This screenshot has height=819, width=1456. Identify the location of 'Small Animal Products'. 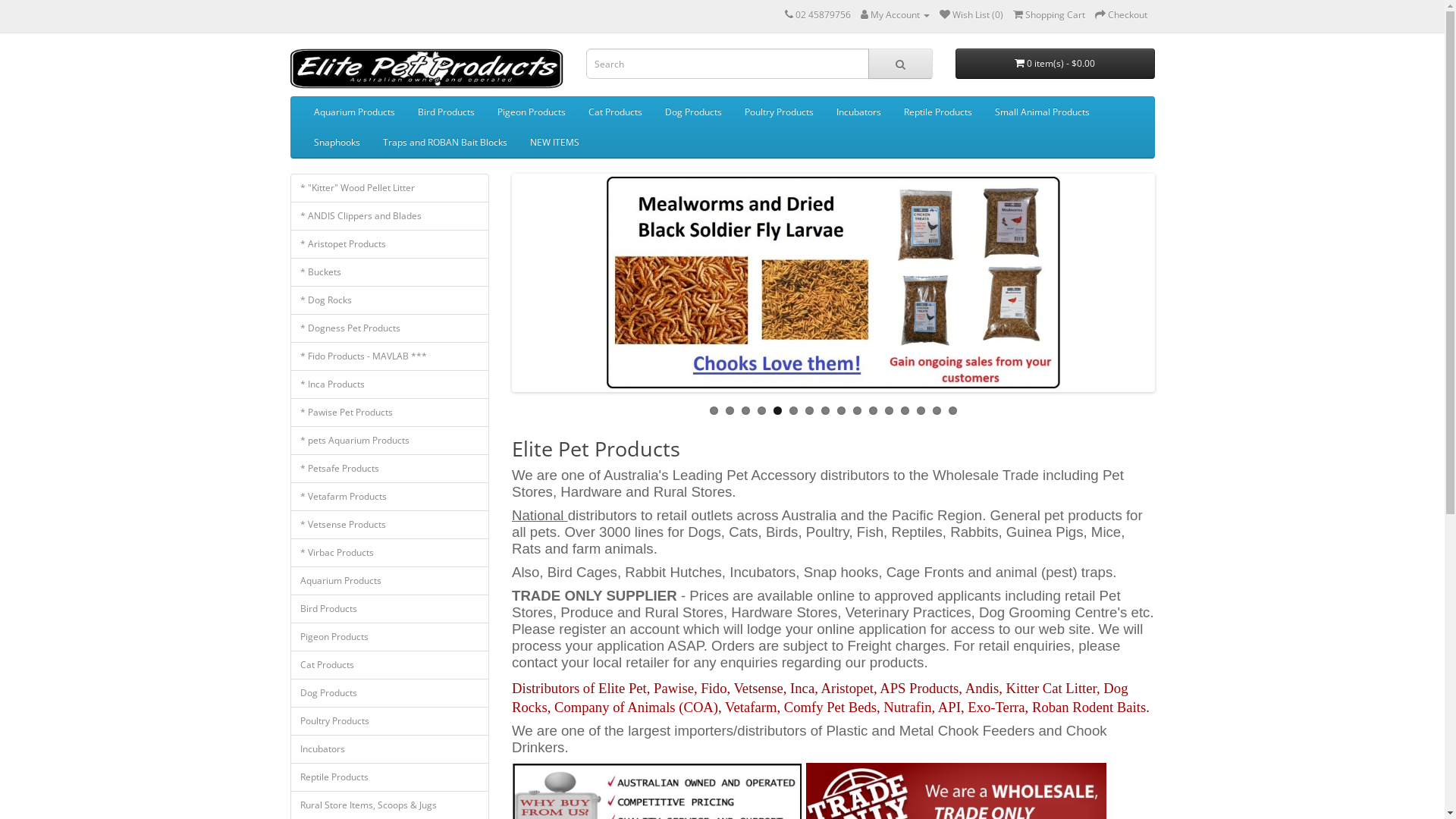
(1040, 111).